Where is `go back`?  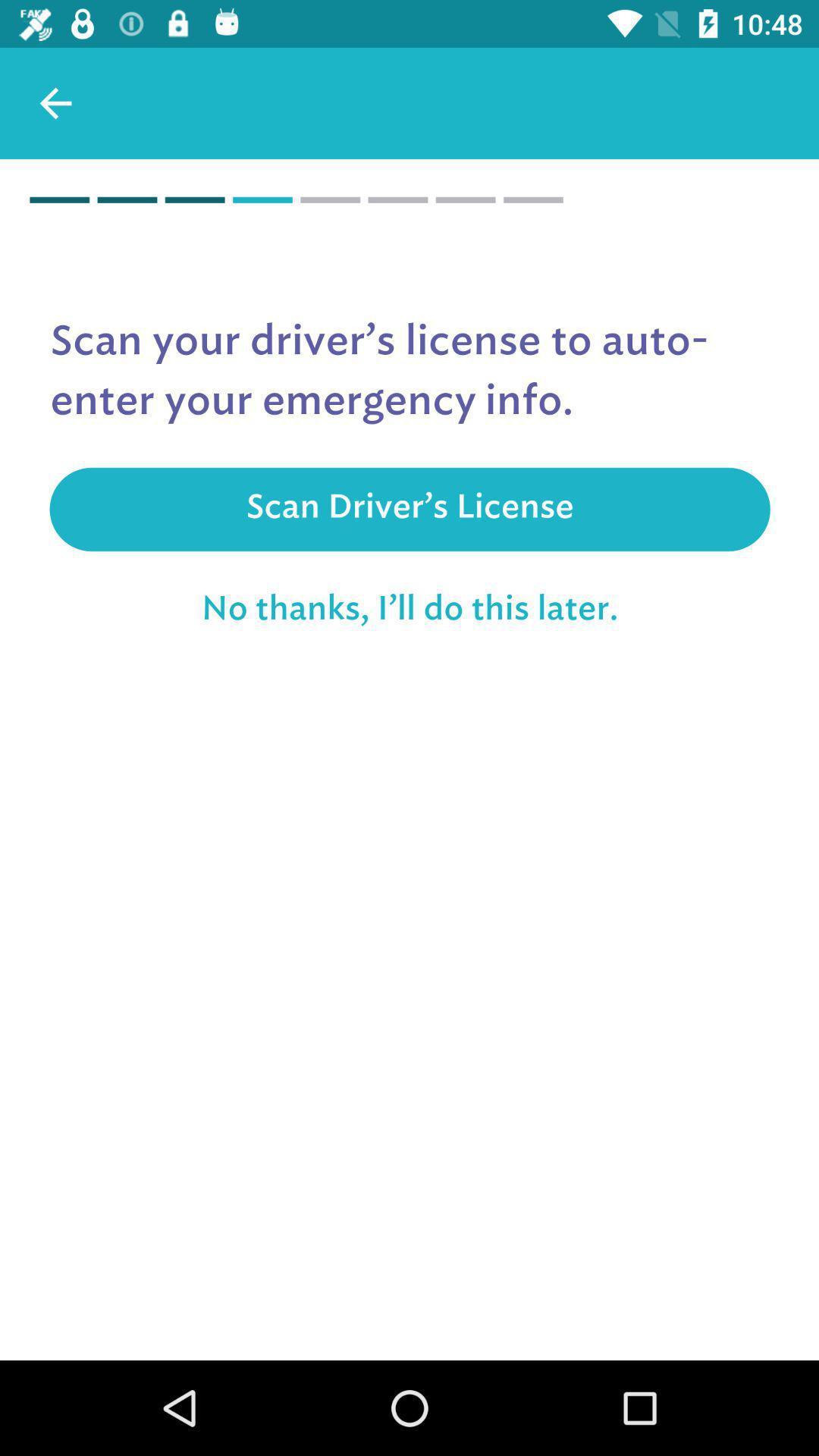 go back is located at coordinates (55, 102).